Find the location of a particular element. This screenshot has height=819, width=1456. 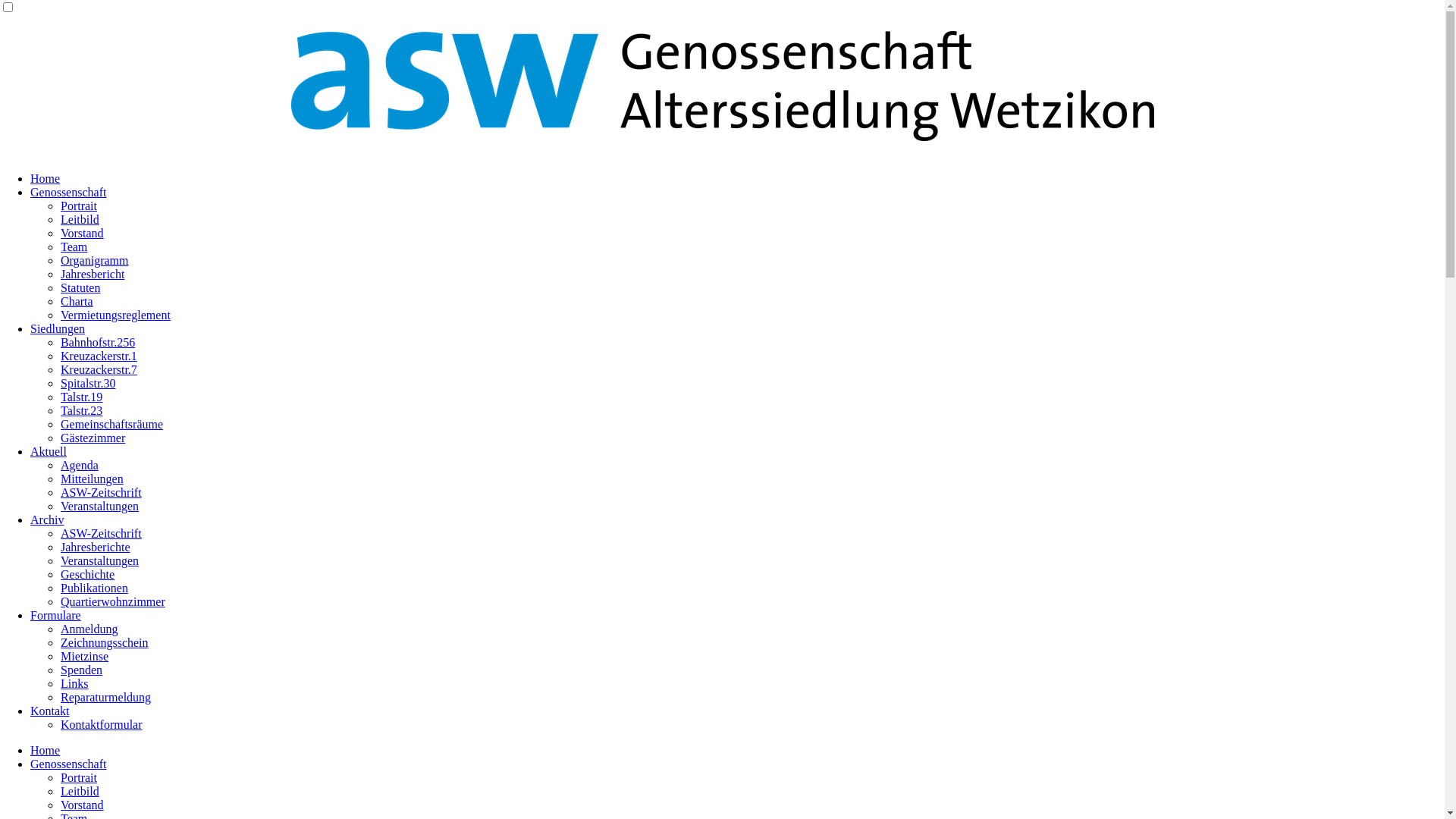

'Archiv' is located at coordinates (47, 519).